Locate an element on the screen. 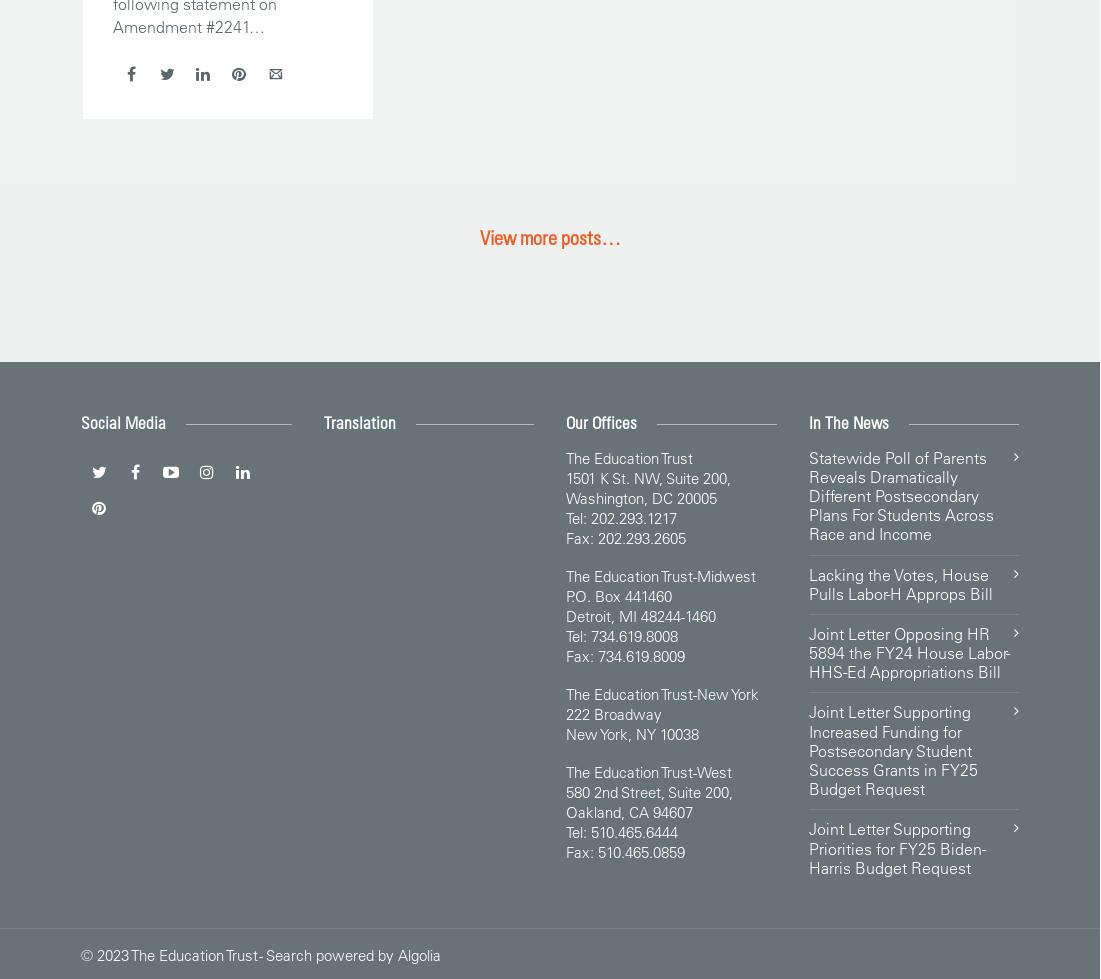 The width and height of the screenshot is (1101, 979). '222 Broadway' is located at coordinates (613, 712).